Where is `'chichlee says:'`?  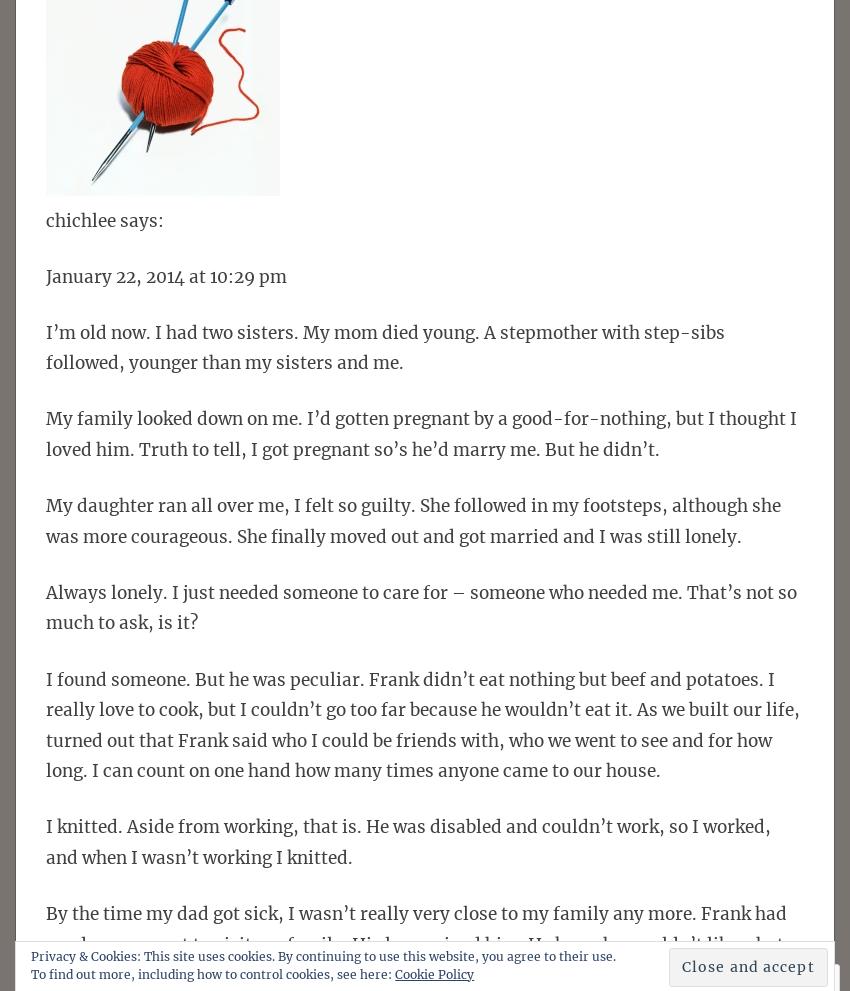 'chichlee says:' is located at coordinates (103, 219).